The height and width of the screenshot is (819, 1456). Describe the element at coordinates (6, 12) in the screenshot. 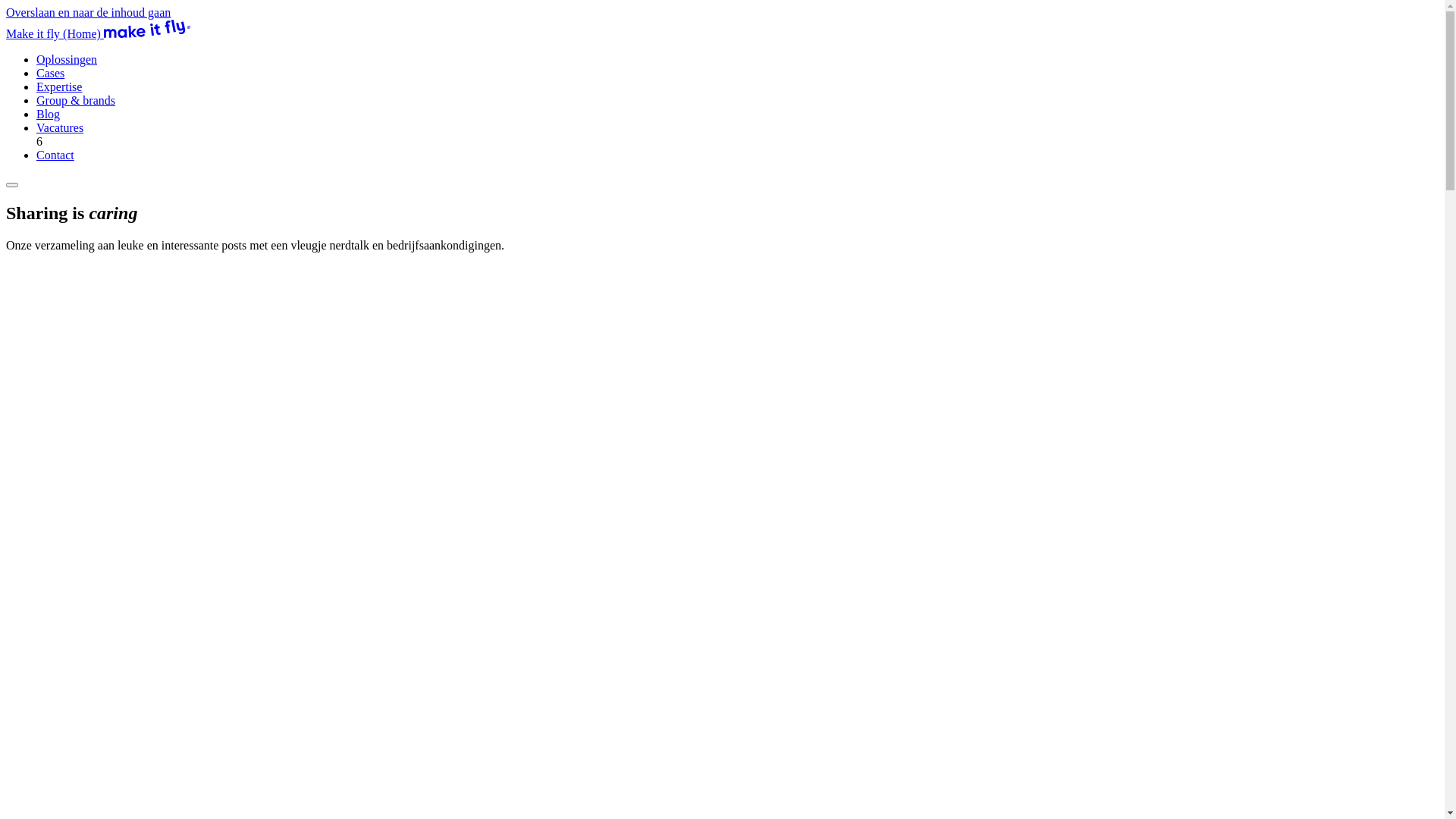

I see `'Overslaan en naar de inhoud gaan'` at that location.